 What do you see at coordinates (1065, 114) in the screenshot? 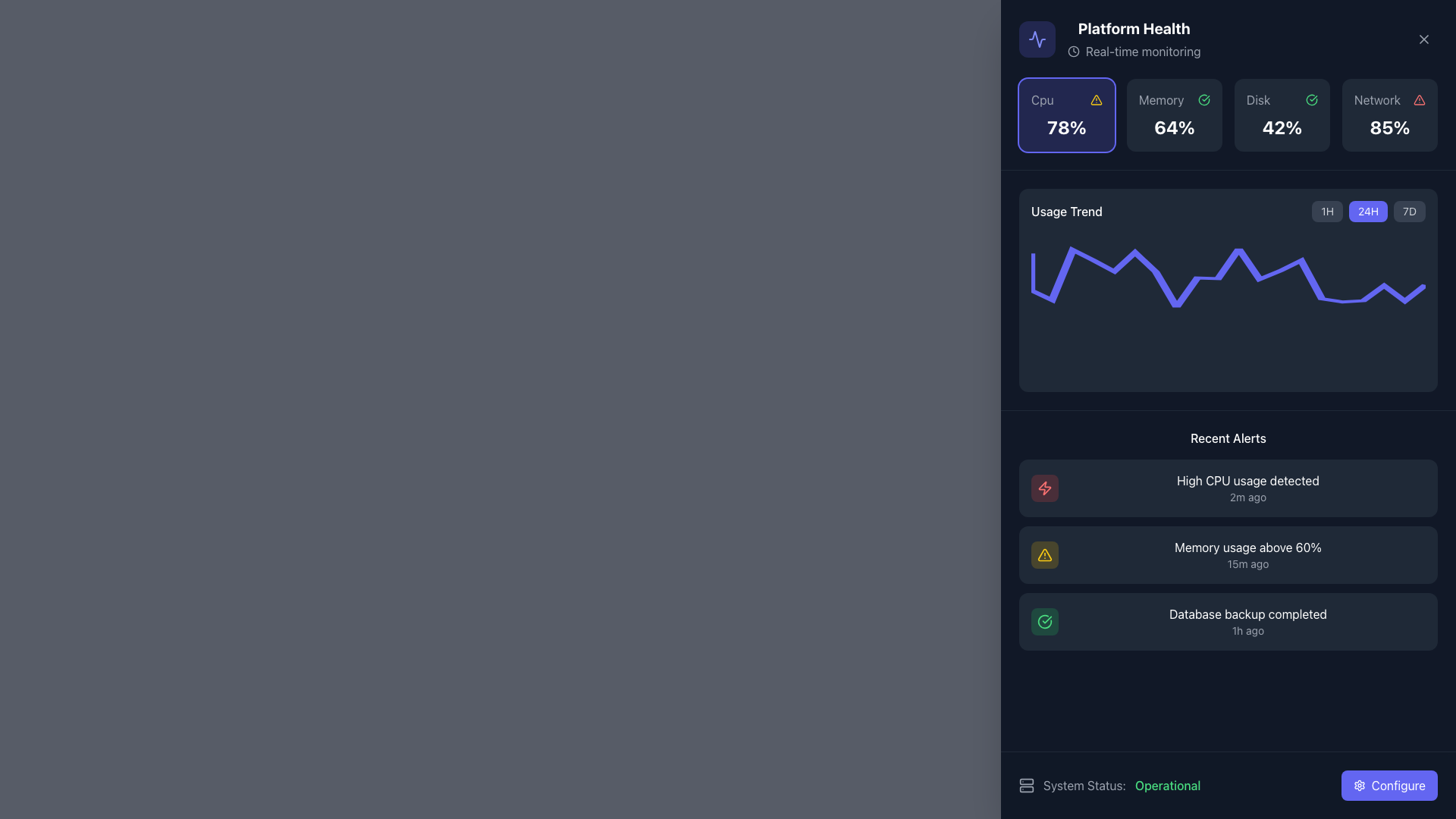
I see `the informational card displaying the current CPU usage percentage, which is the first item in the grid layout of monitoring dashboard cards` at bounding box center [1065, 114].